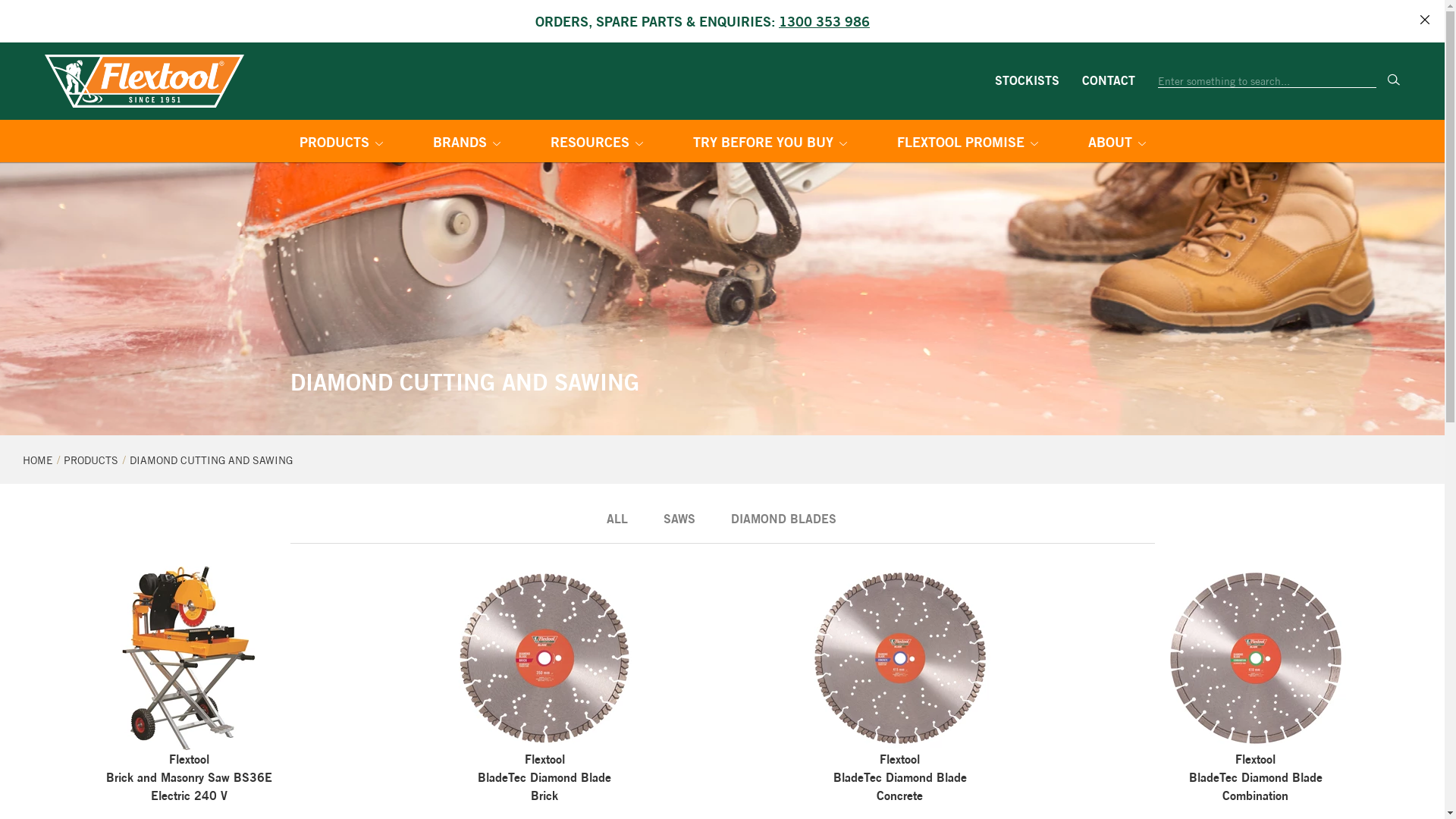 Image resolution: width=1456 pixels, height=819 pixels. I want to click on 'Flextool', so click(144, 81).